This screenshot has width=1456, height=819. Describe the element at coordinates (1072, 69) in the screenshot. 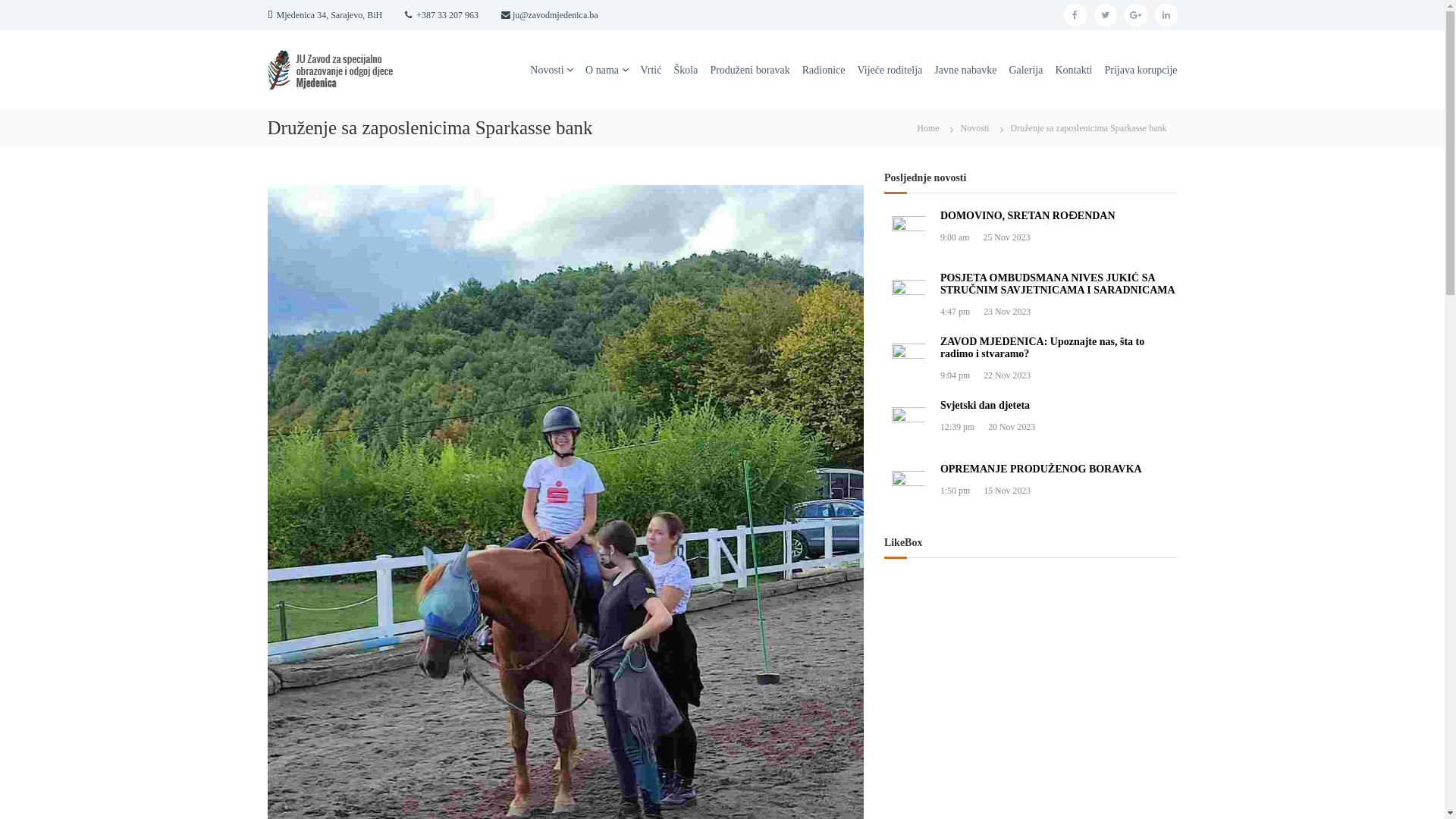

I see `'Kontakti'` at that location.